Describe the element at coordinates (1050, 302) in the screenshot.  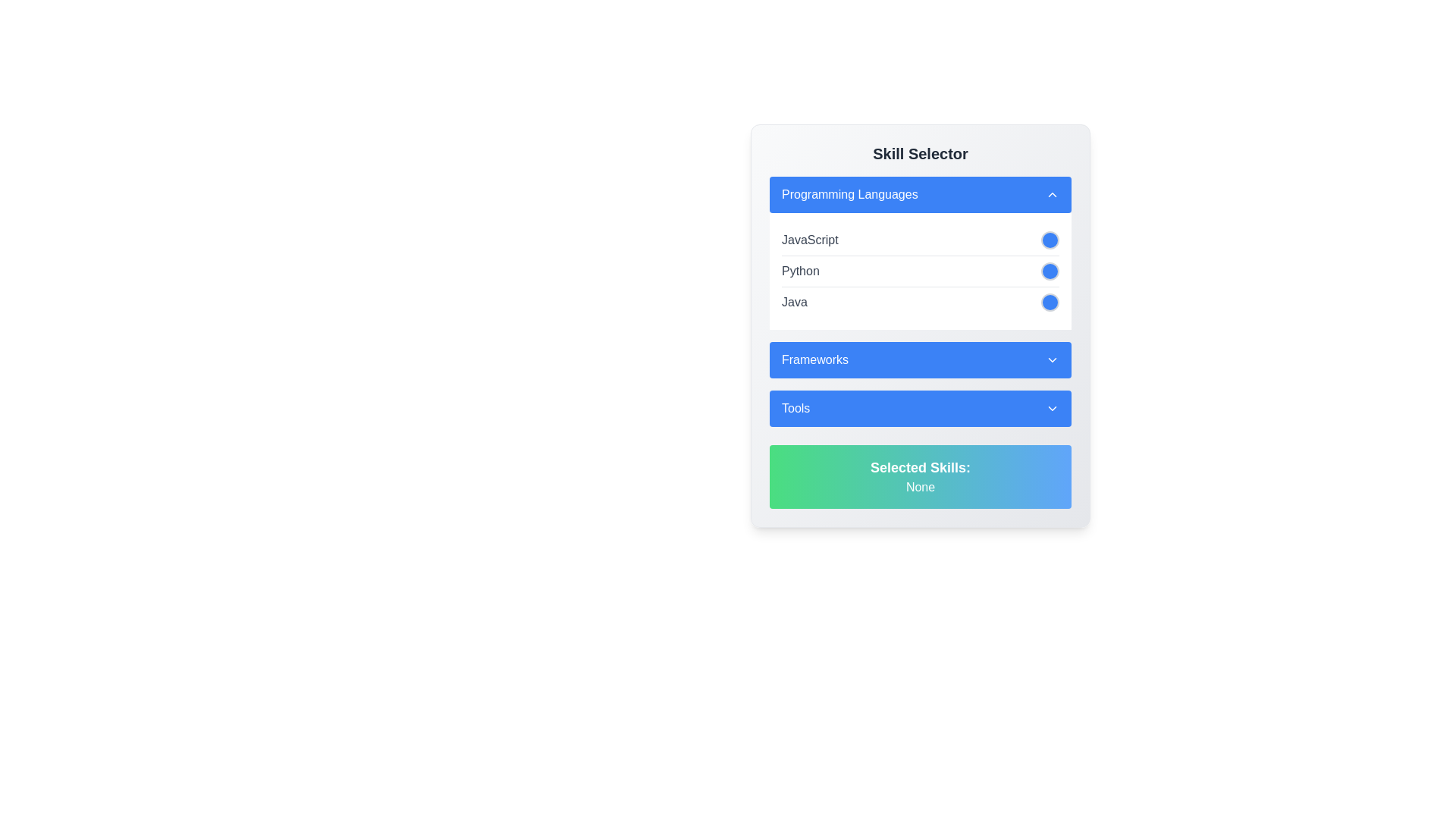
I see `the button located to the far right of the 'Java' text in the third row of the skill selector interface` at that location.